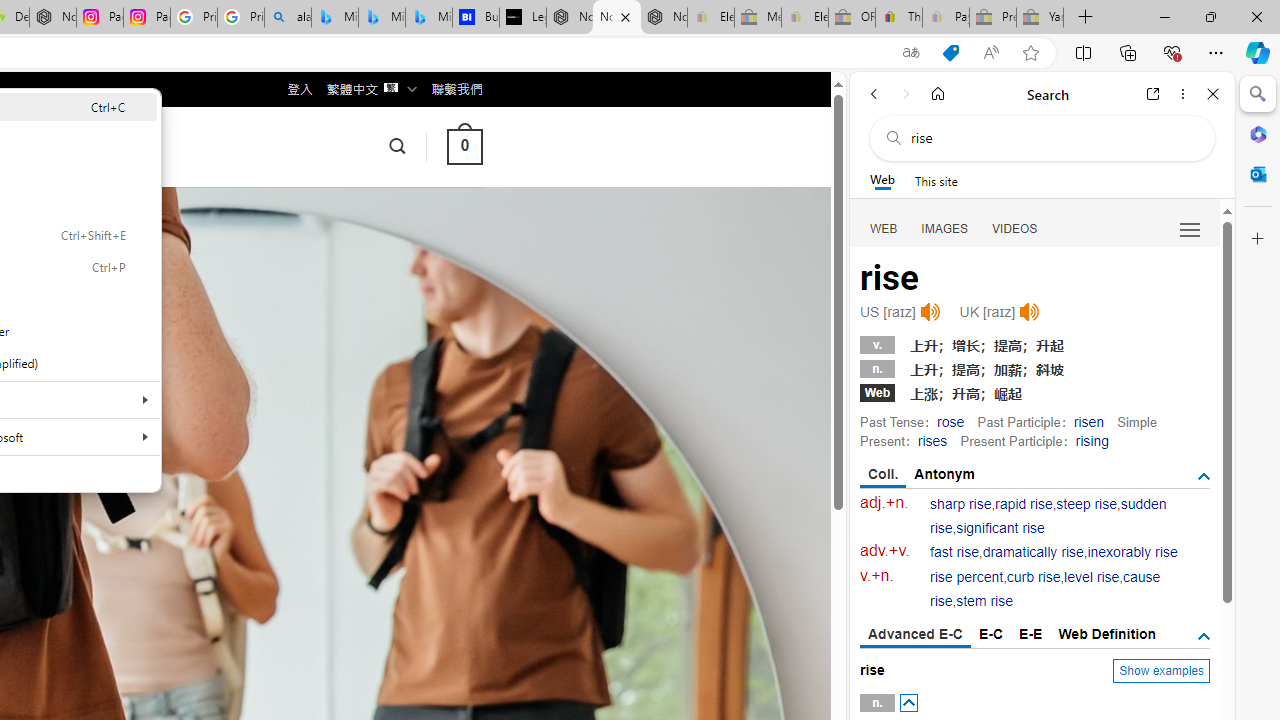  Describe the element at coordinates (935, 180) in the screenshot. I see `'This site scope'` at that location.